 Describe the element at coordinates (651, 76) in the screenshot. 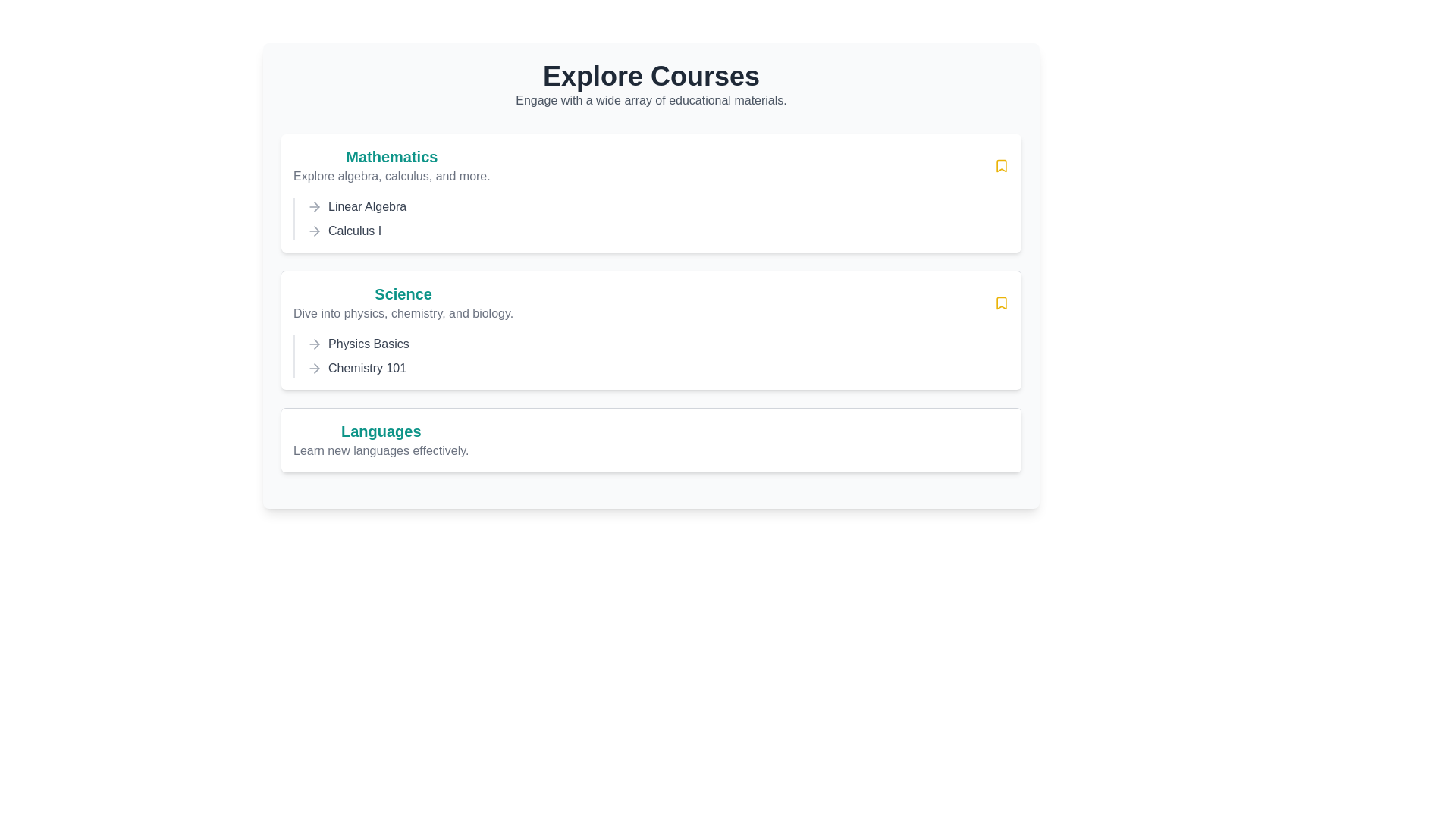

I see `the Text Header element located at the top-center of the interface, which serves as the main title for the section related to courses and educational materials` at that location.